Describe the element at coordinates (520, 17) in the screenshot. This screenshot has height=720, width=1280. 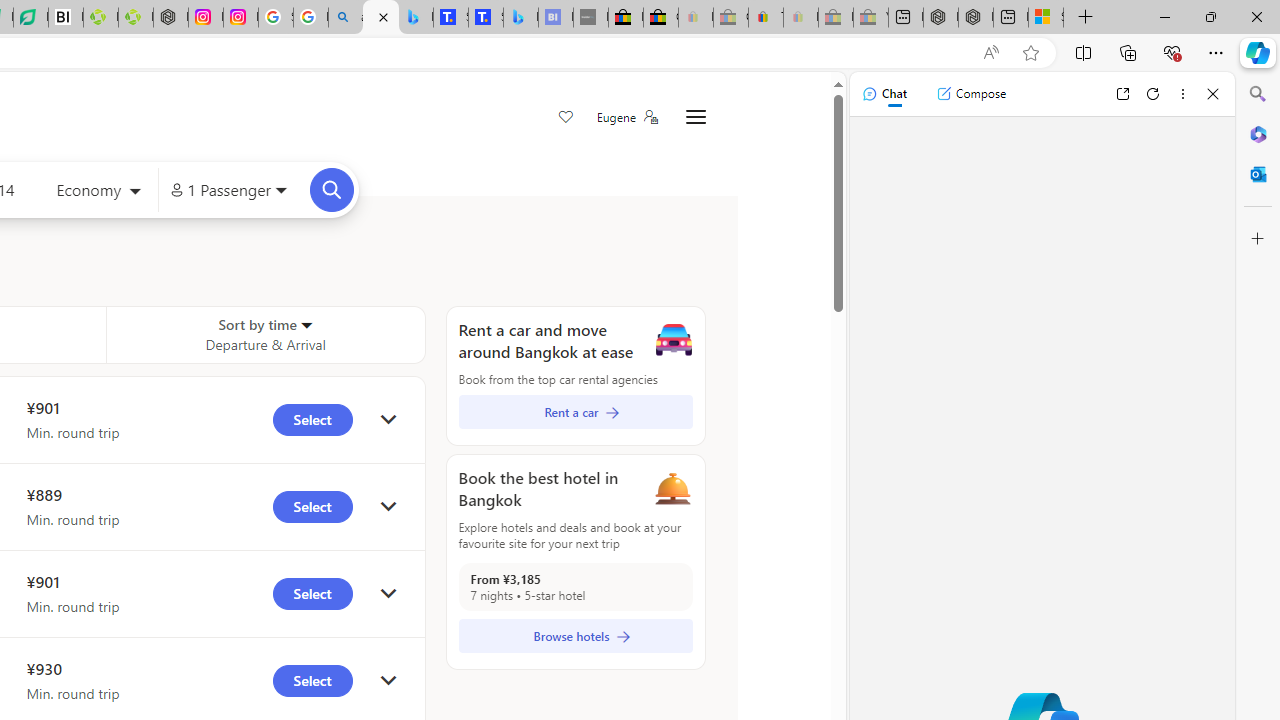
I see `'Microsoft Bing Travel - Shangri-La Hotel Bangkok'` at that location.